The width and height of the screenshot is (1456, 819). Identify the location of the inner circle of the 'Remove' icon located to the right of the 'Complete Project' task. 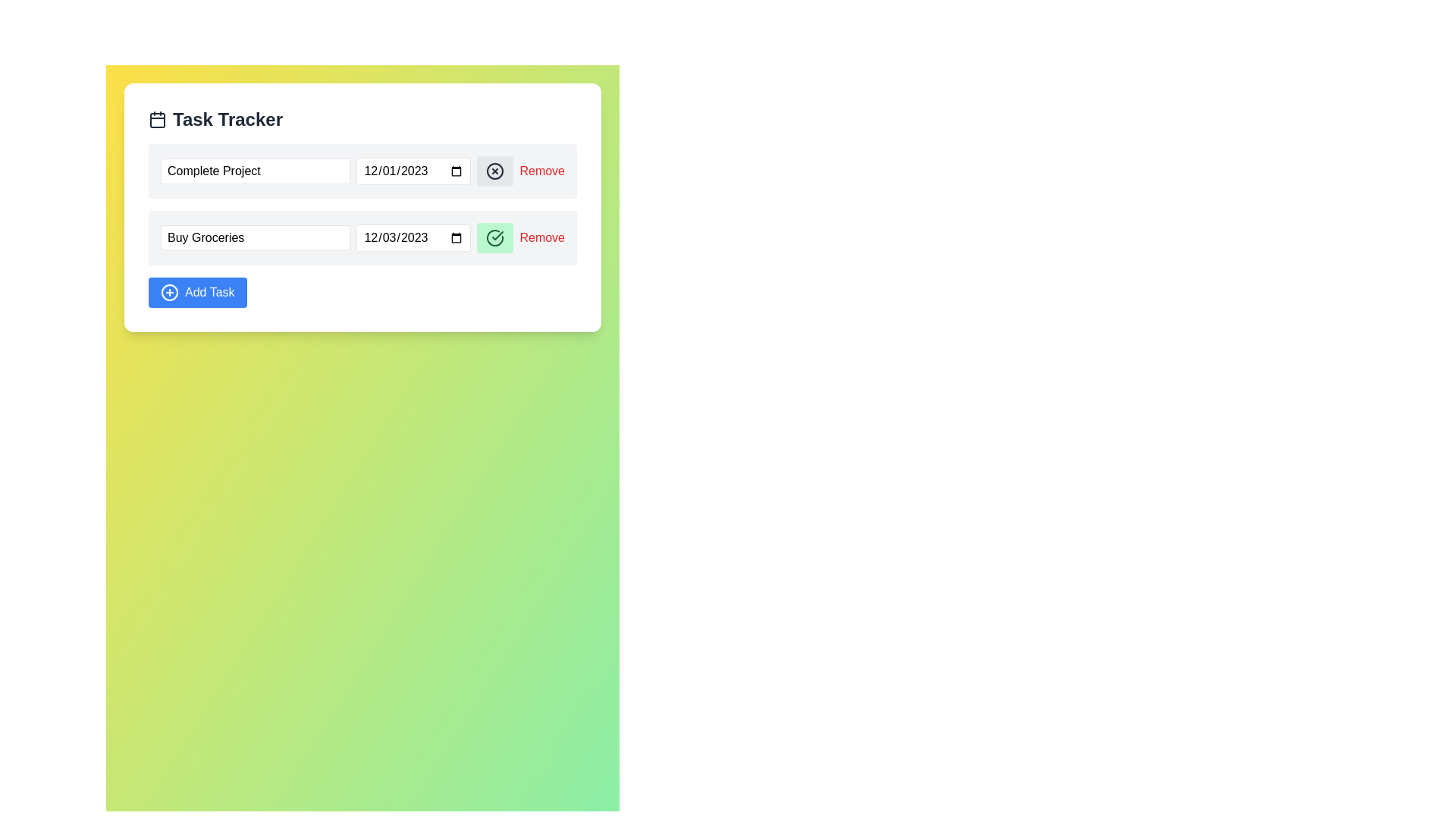
(495, 171).